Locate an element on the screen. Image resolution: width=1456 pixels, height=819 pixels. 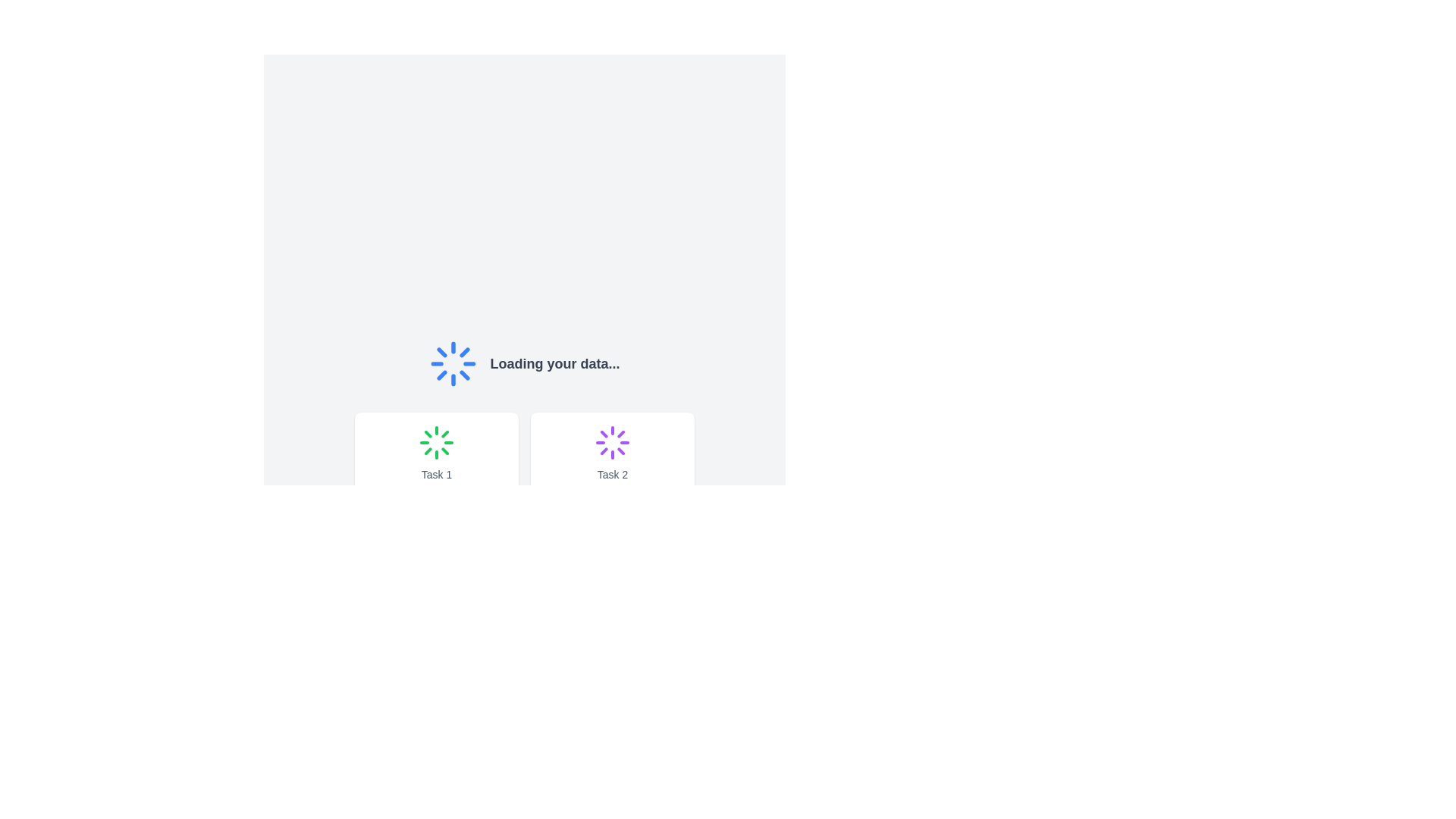
the text label indicating the ongoing data loading process, located to the right of the spinning loader icon is located at coordinates (554, 363).